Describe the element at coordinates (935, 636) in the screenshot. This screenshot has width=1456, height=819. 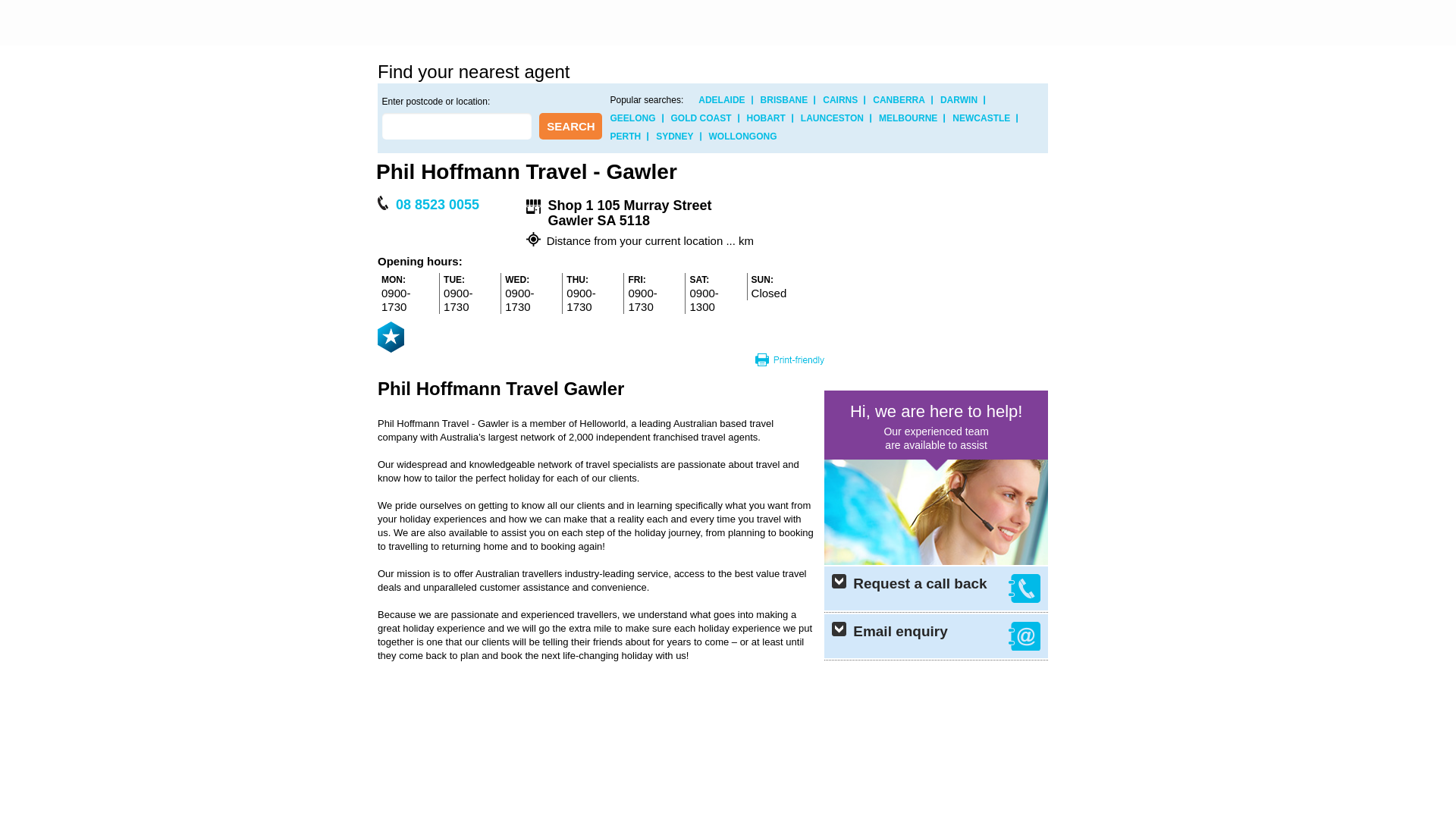
I see `'Email enquiry'` at that location.